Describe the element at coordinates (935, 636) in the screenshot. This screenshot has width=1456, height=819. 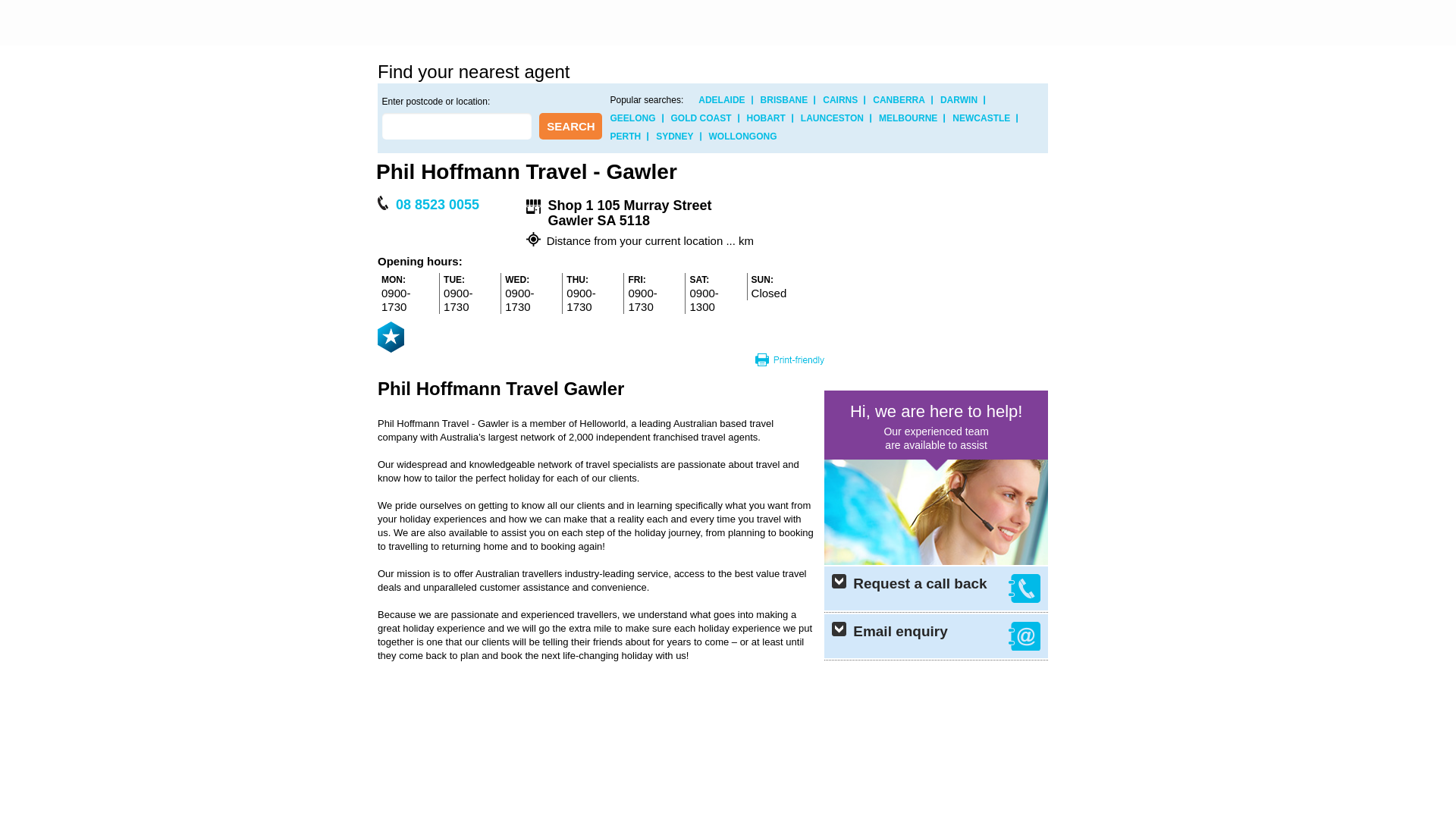
I see `'Email enquiry'` at that location.